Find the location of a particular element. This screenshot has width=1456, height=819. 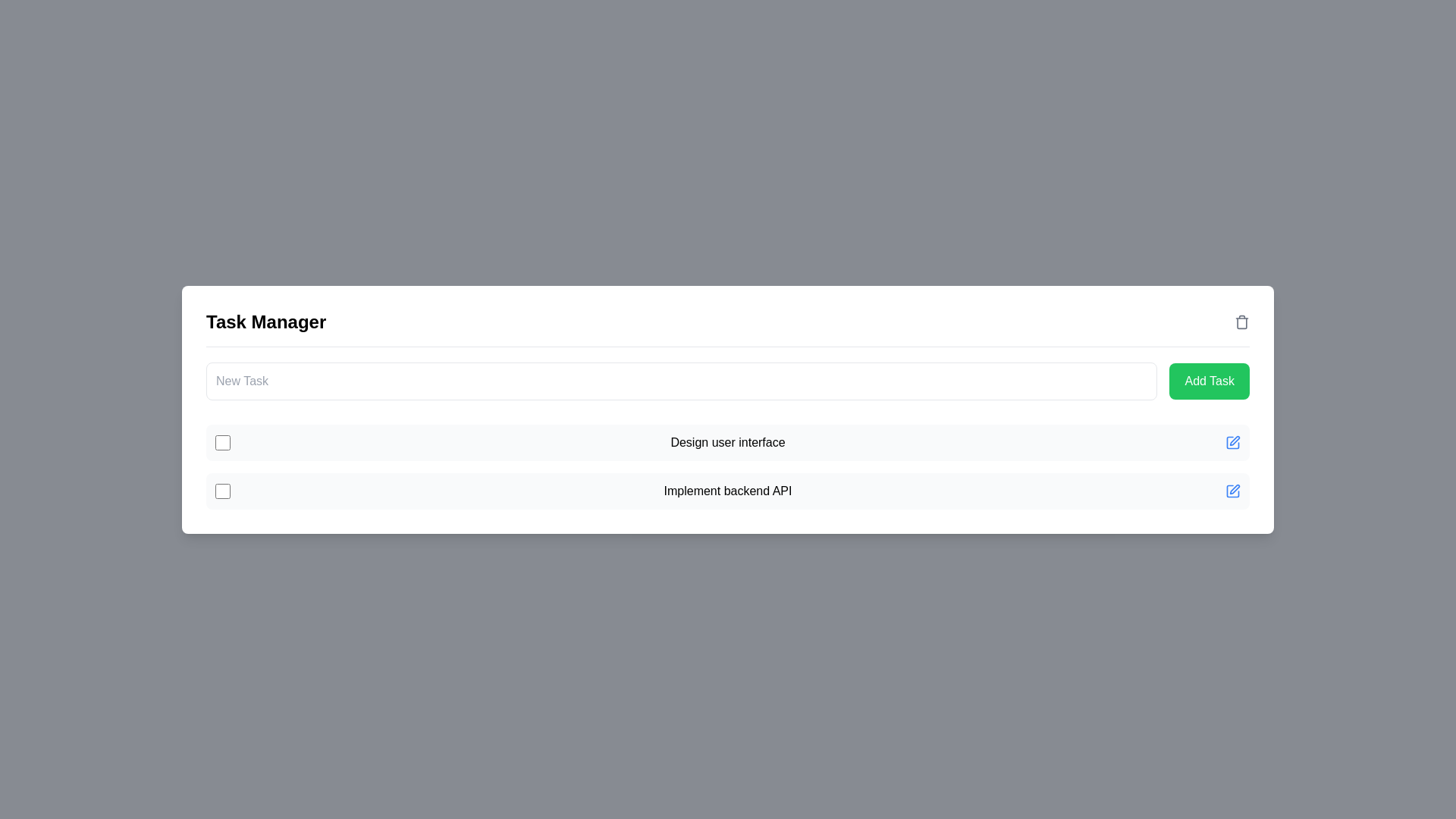

the blue outlined pen icon button located at the right end of the row containing the text 'Design user interface' is located at coordinates (1233, 442).